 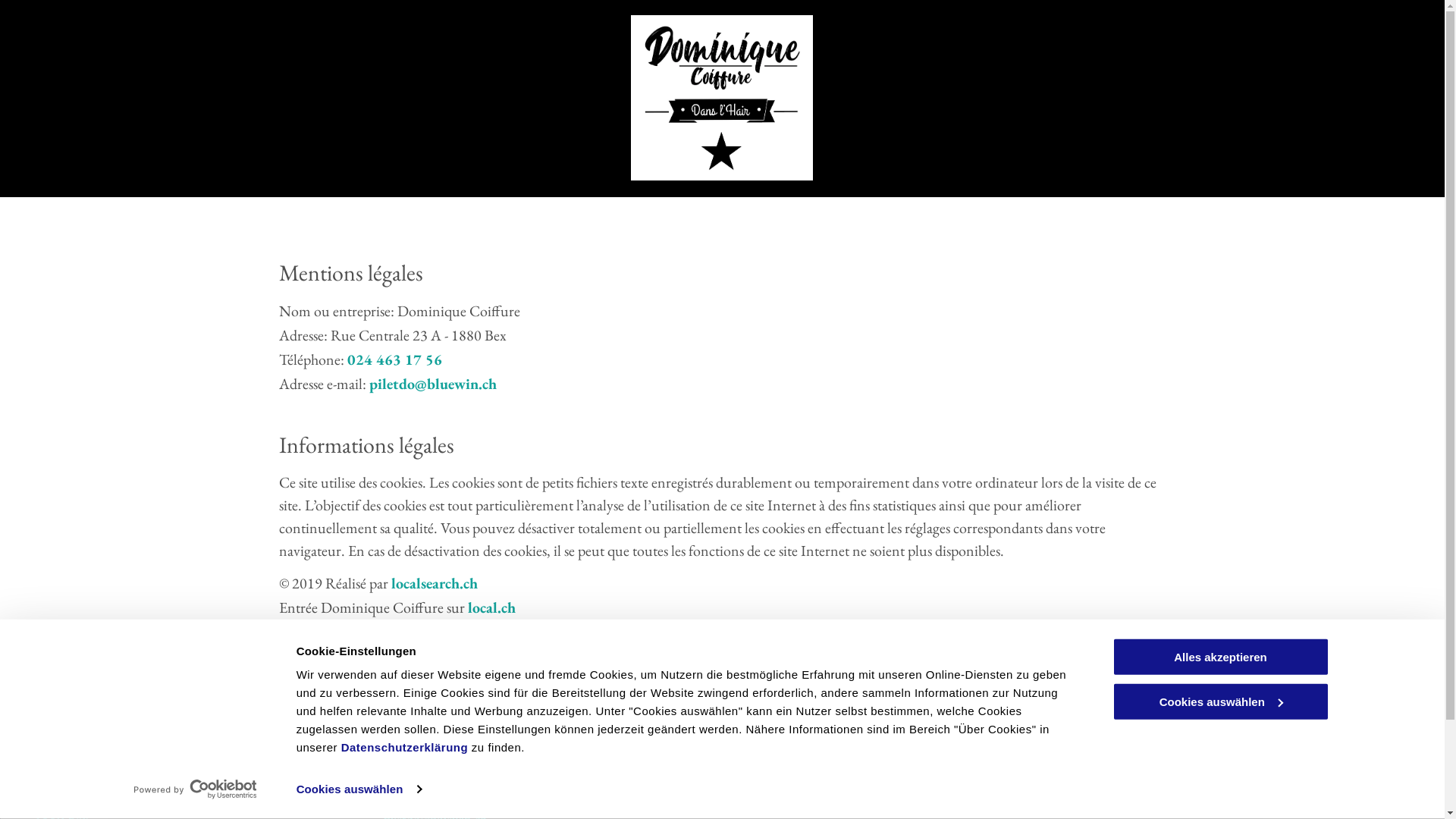 I want to click on 'search.ch', so click(x=466, y=632).